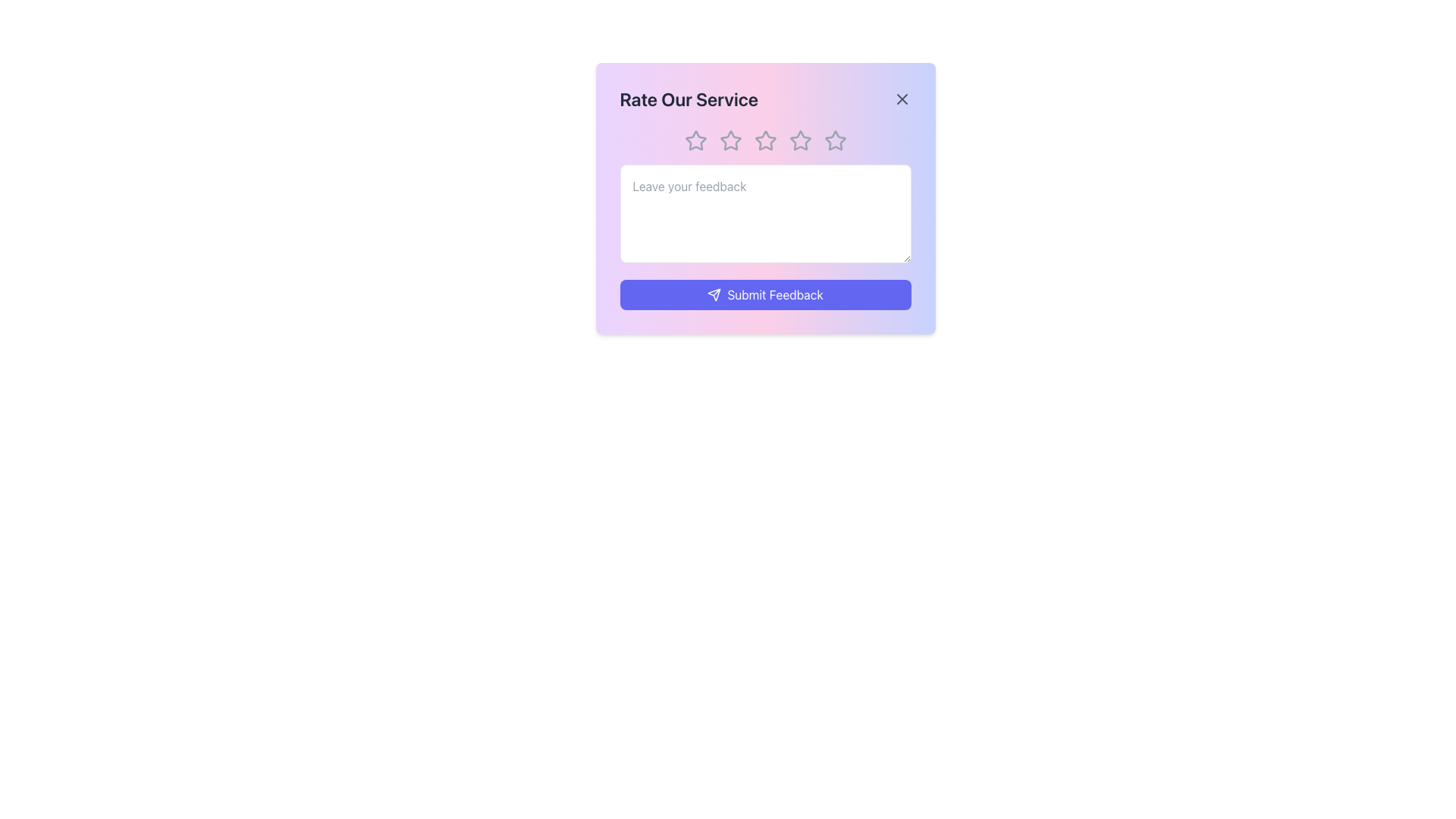 The width and height of the screenshot is (1456, 819). I want to click on to resize the Text Input Area located beneath the star rating icons and above the 'Submit Feedback' button, so click(765, 213).